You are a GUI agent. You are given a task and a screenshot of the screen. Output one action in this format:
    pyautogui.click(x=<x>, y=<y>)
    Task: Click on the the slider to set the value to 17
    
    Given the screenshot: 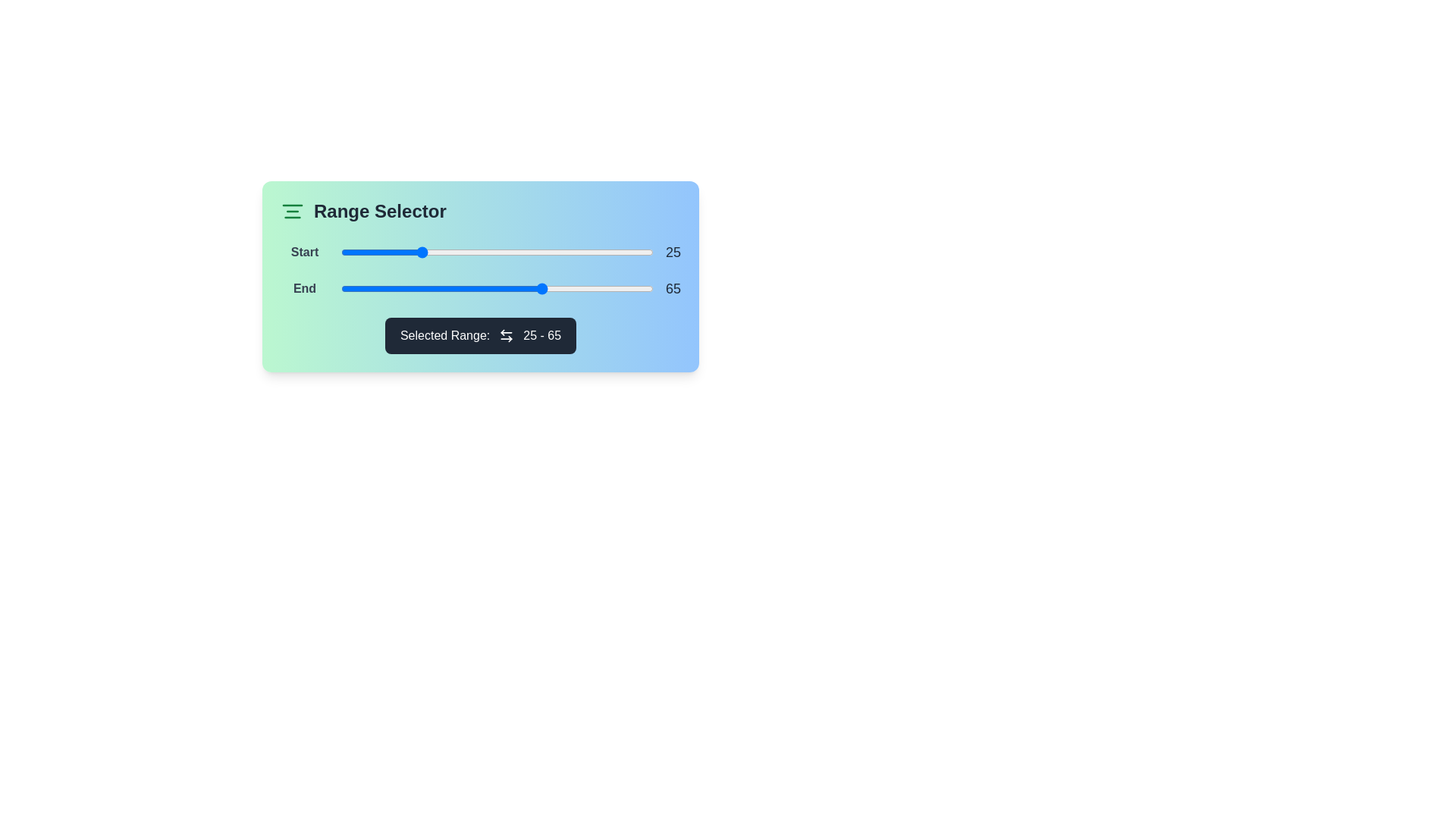 What is the action you would take?
    pyautogui.click(x=394, y=251)
    